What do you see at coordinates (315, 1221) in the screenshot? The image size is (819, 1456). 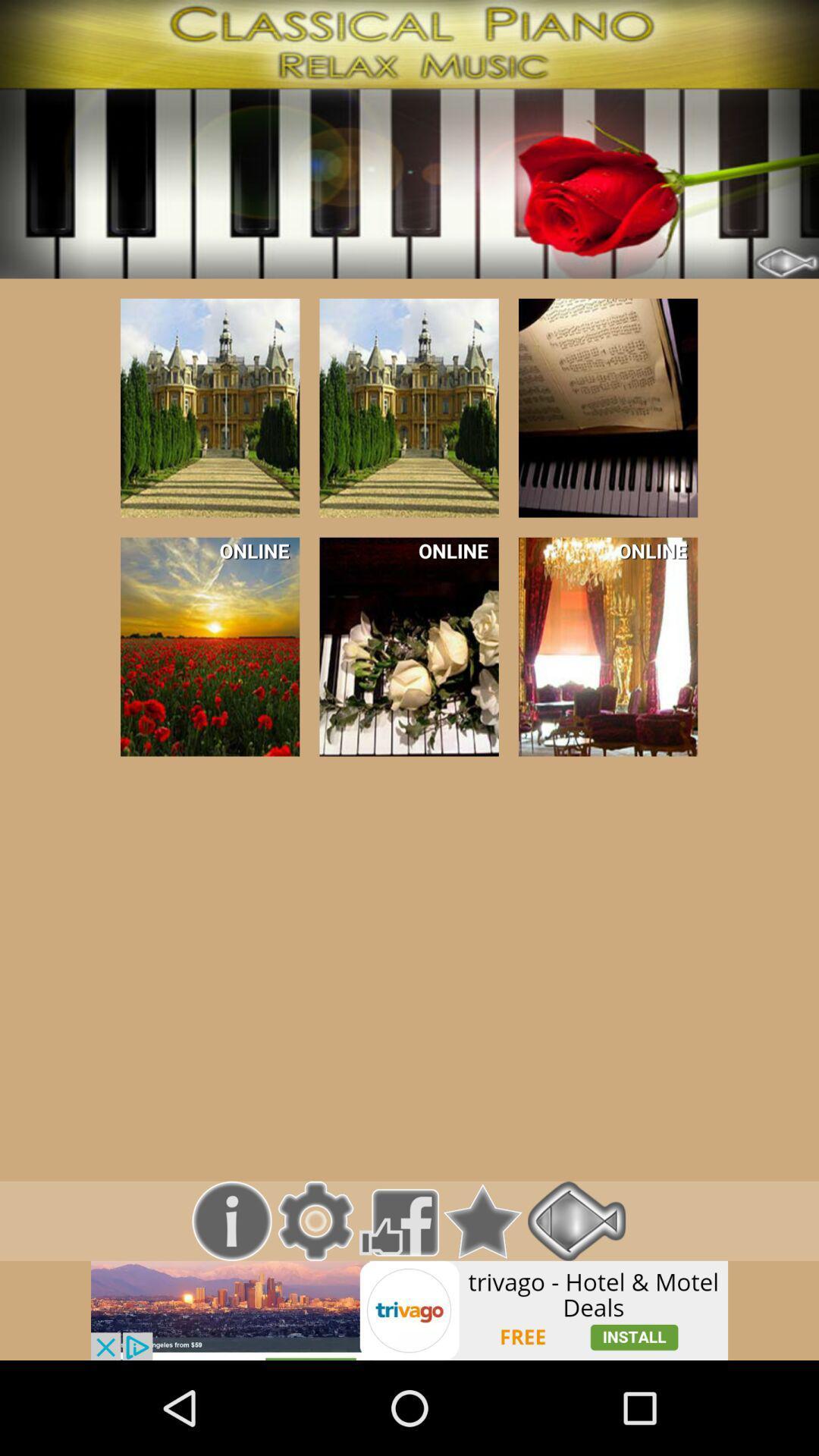 I see `shows setting icon` at bounding box center [315, 1221].